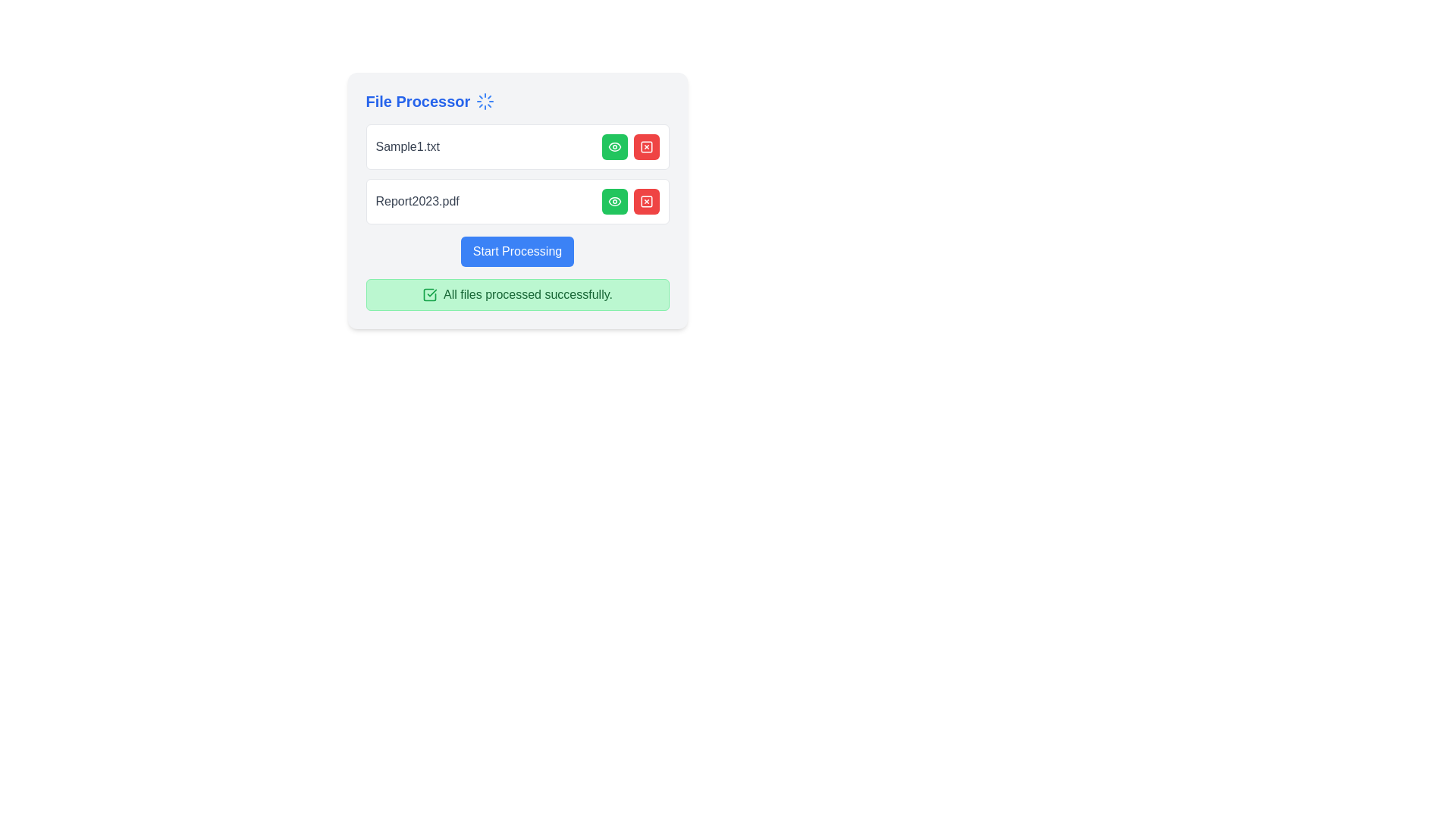 The image size is (1456, 819). What do you see at coordinates (407, 146) in the screenshot?
I see `the static text label displaying the filename 'Sample1.txt' in dark gray color, located near the top-left of the interface within a rectangular card` at bounding box center [407, 146].